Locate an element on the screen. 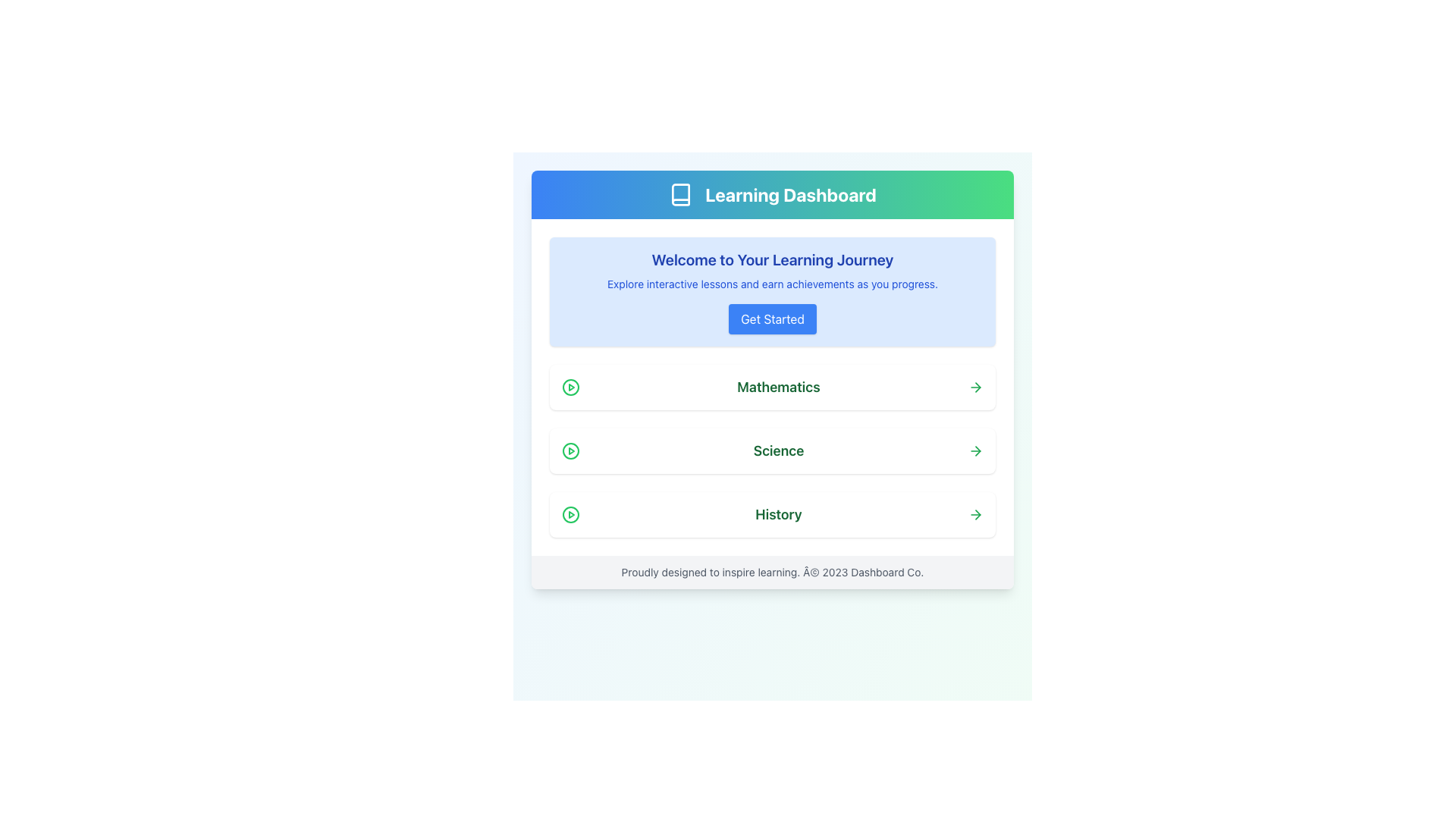  the 'History' text label which is styled in bold and dark green color, located centrally within the third card of a vertical stack of options is located at coordinates (779, 513).